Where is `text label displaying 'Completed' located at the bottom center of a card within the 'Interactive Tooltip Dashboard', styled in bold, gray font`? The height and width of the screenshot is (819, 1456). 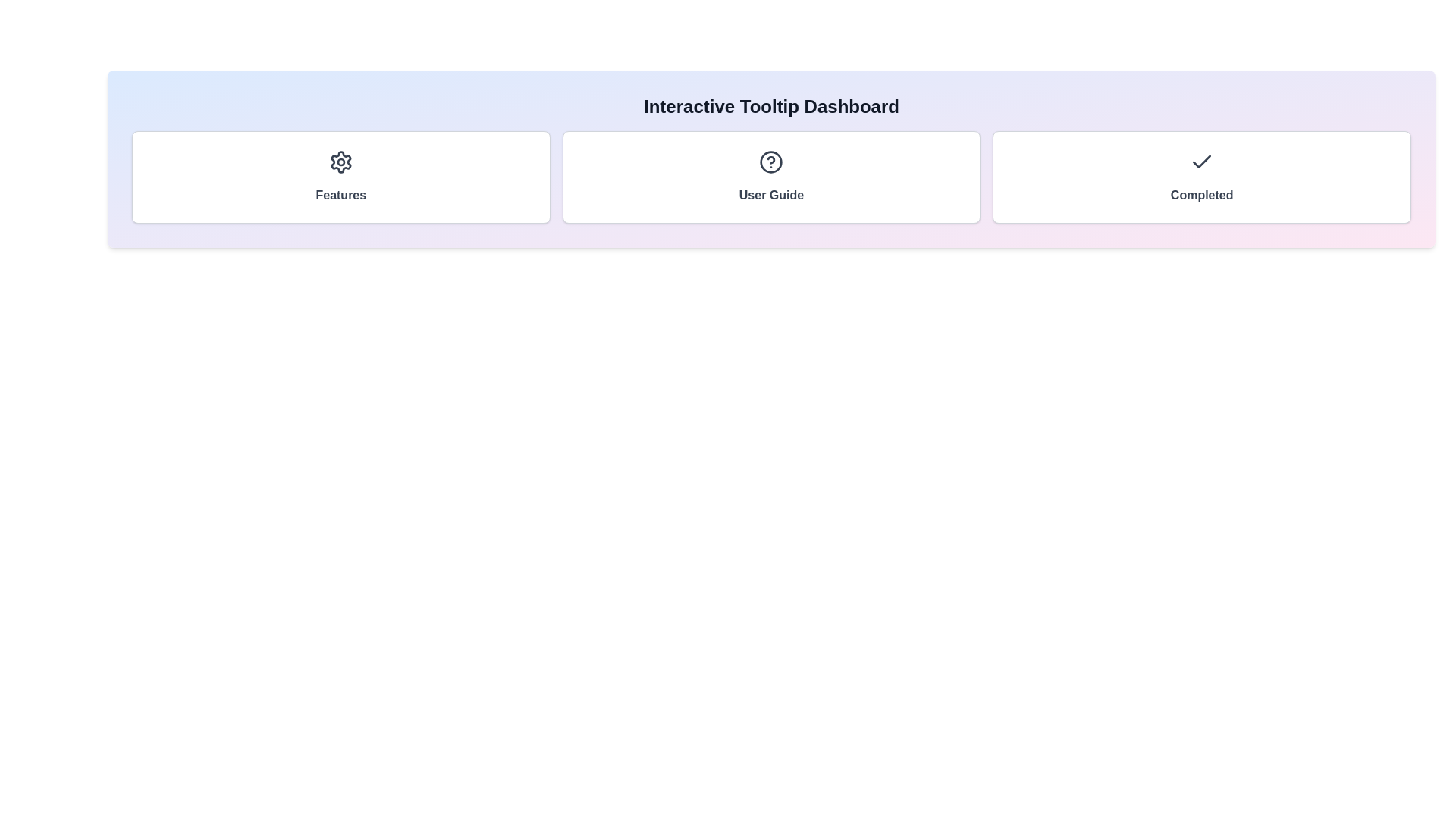 text label displaying 'Completed' located at the bottom center of a card within the 'Interactive Tooltip Dashboard', styled in bold, gray font is located at coordinates (1201, 195).